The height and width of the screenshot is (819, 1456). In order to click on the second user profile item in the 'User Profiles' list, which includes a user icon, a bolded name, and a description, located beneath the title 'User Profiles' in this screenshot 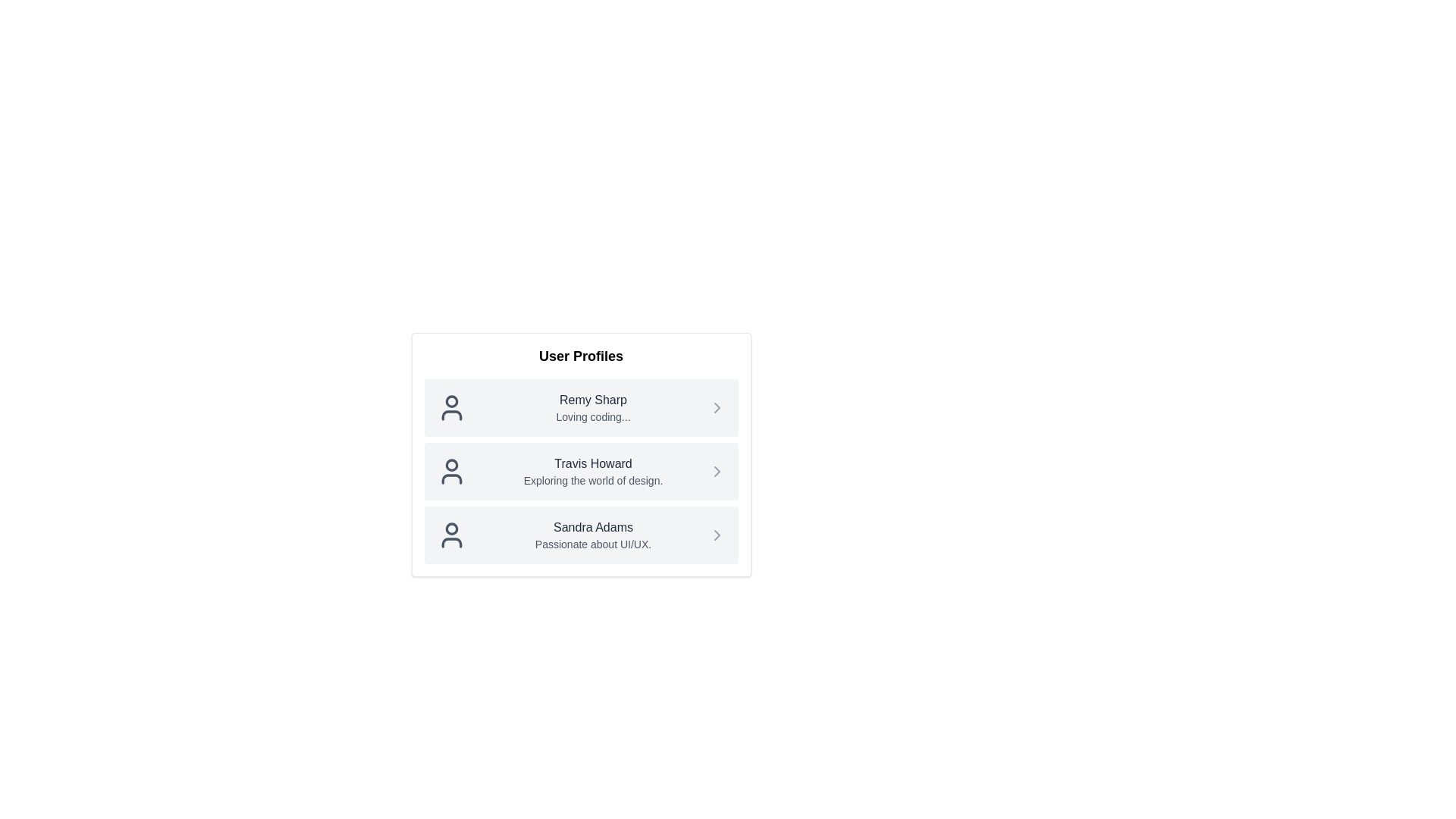, I will do `click(580, 454)`.